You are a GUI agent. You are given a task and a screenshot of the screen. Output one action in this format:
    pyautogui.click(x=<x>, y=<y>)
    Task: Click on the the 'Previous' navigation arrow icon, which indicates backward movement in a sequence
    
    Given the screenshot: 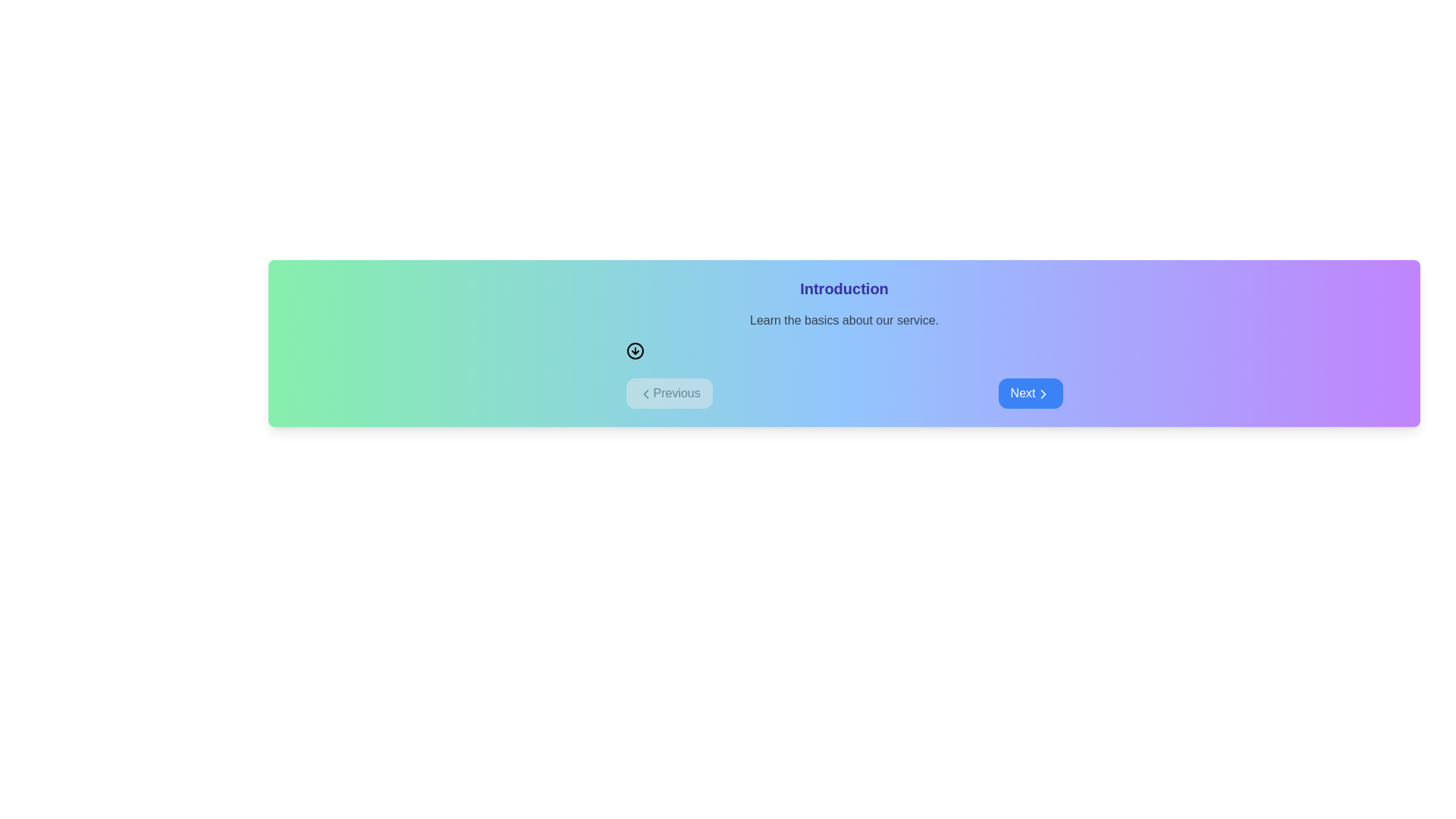 What is the action you would take?
    pyautogui.click(x=645, y=393)
    